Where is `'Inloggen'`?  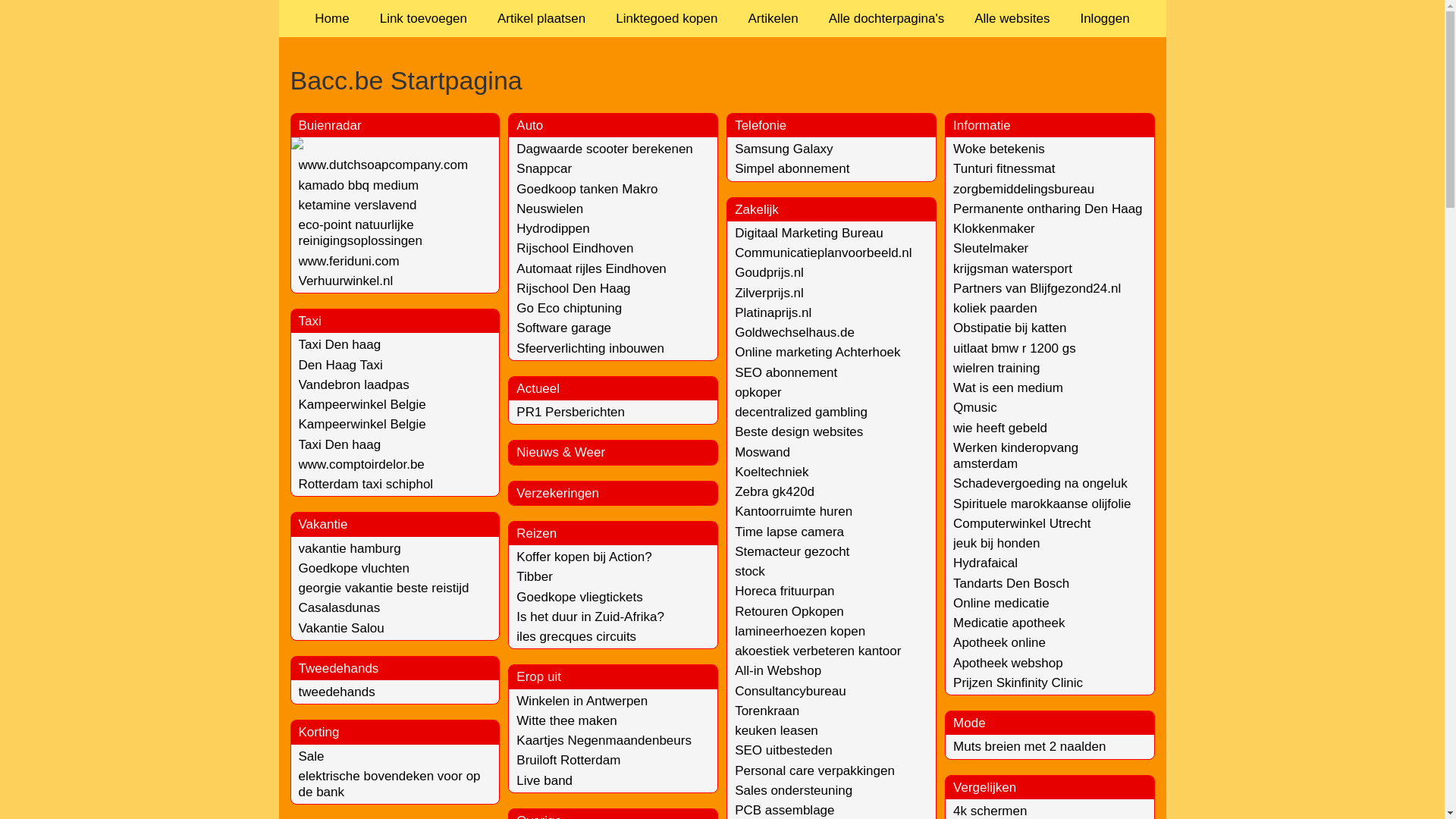 'Inloggen' is located at coordinates (1104, 18).